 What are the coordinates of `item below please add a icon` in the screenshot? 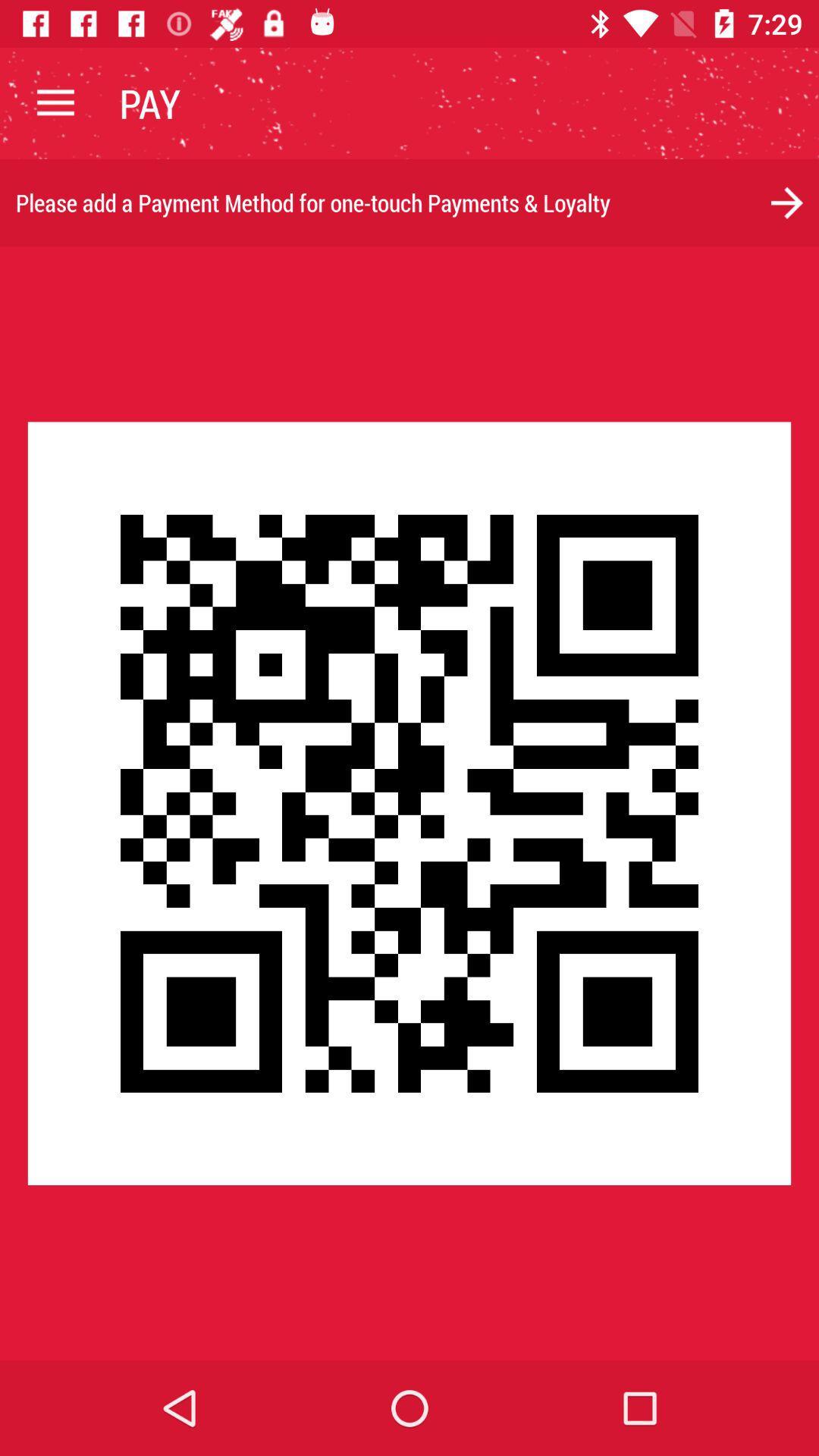 It's located at (409, 802).